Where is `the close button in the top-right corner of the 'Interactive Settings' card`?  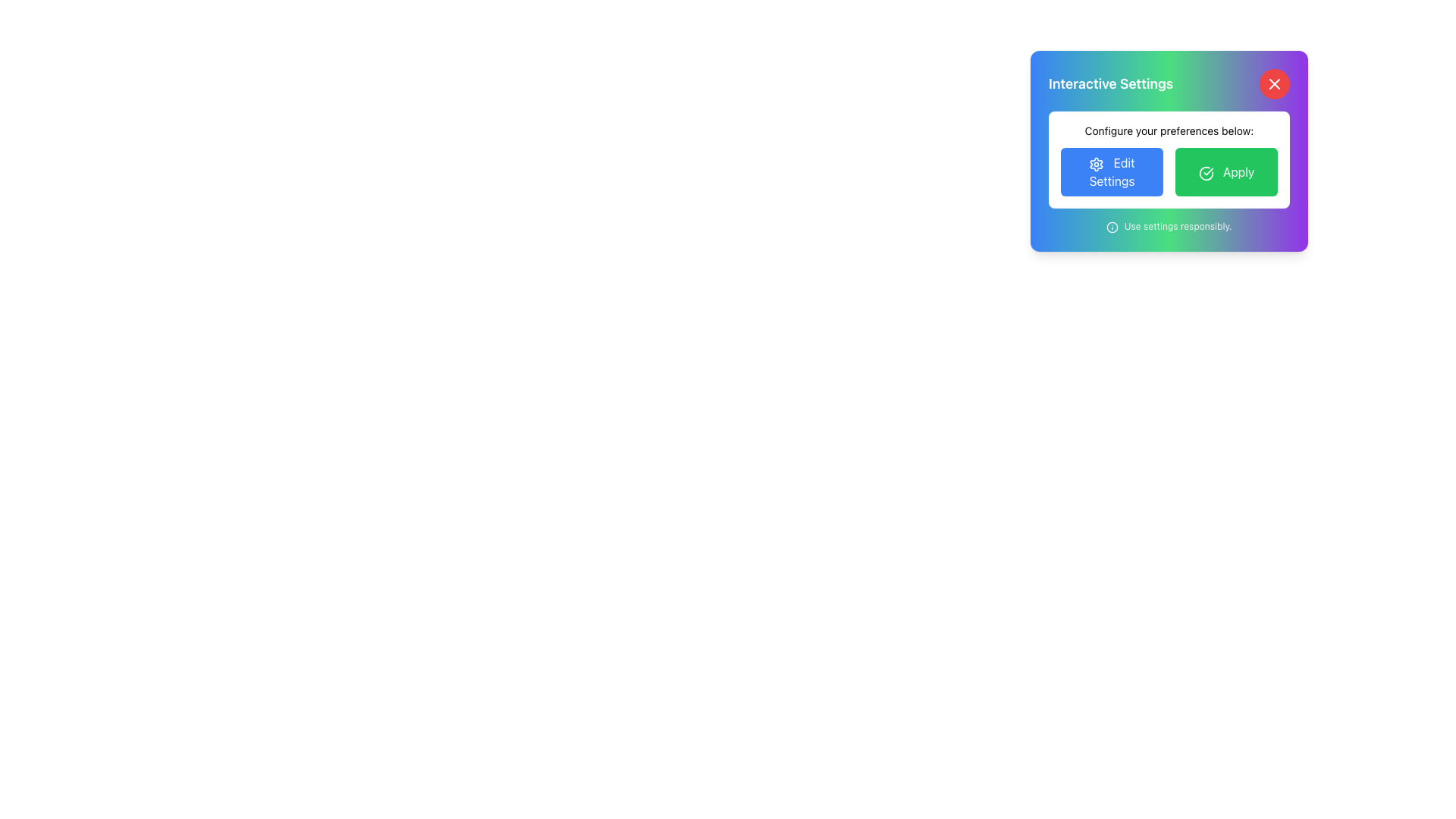
the close button in the top-right corner of the 'Interactive Settings' card is located at coordinates (1274, 84).